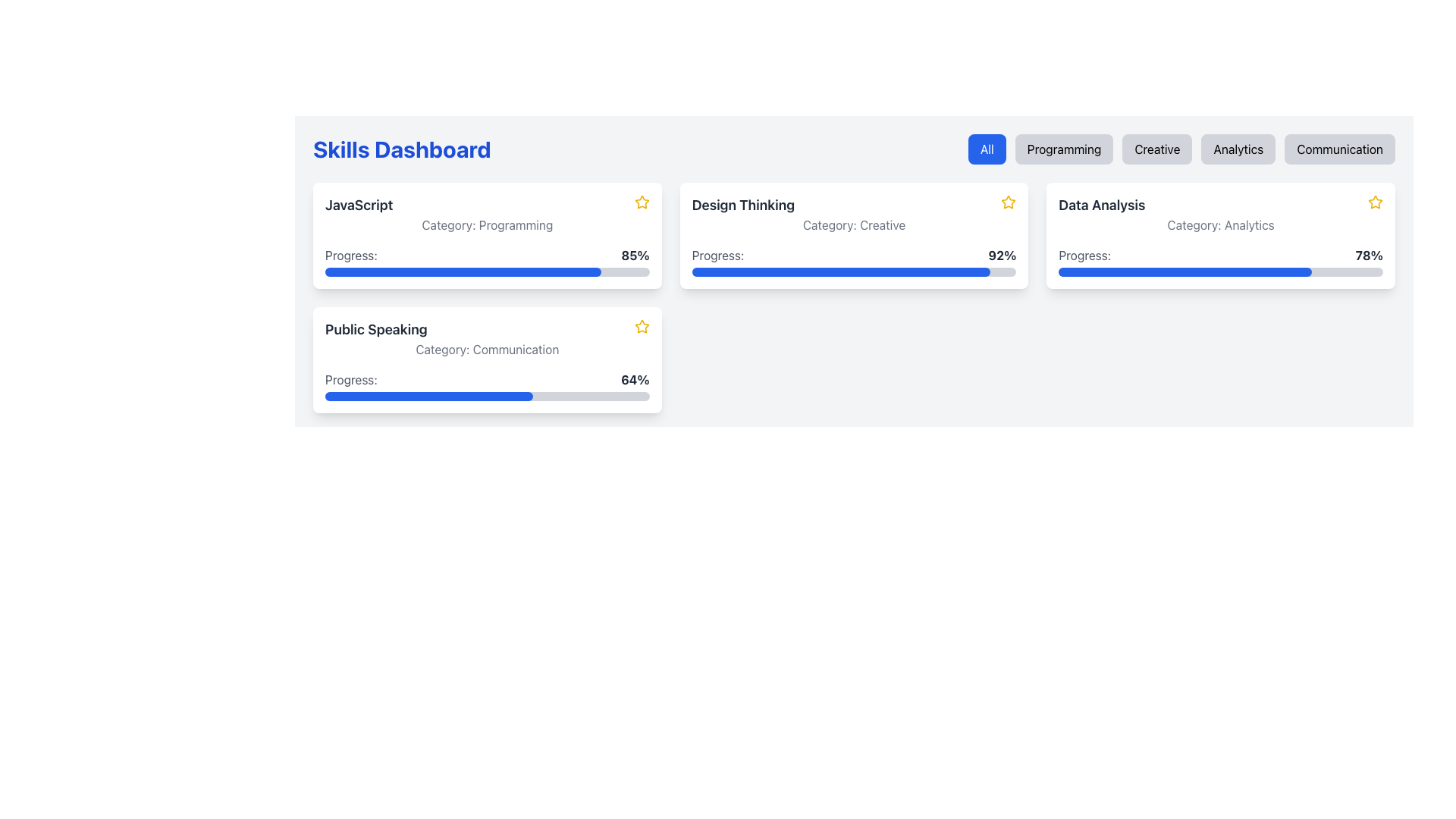  I want to click on the Progress Bar located at the bottom section of the 'Design Thinking' card under the 'Category: Creative' heading in the second column of the main dashboard grid, so click(854, 260).